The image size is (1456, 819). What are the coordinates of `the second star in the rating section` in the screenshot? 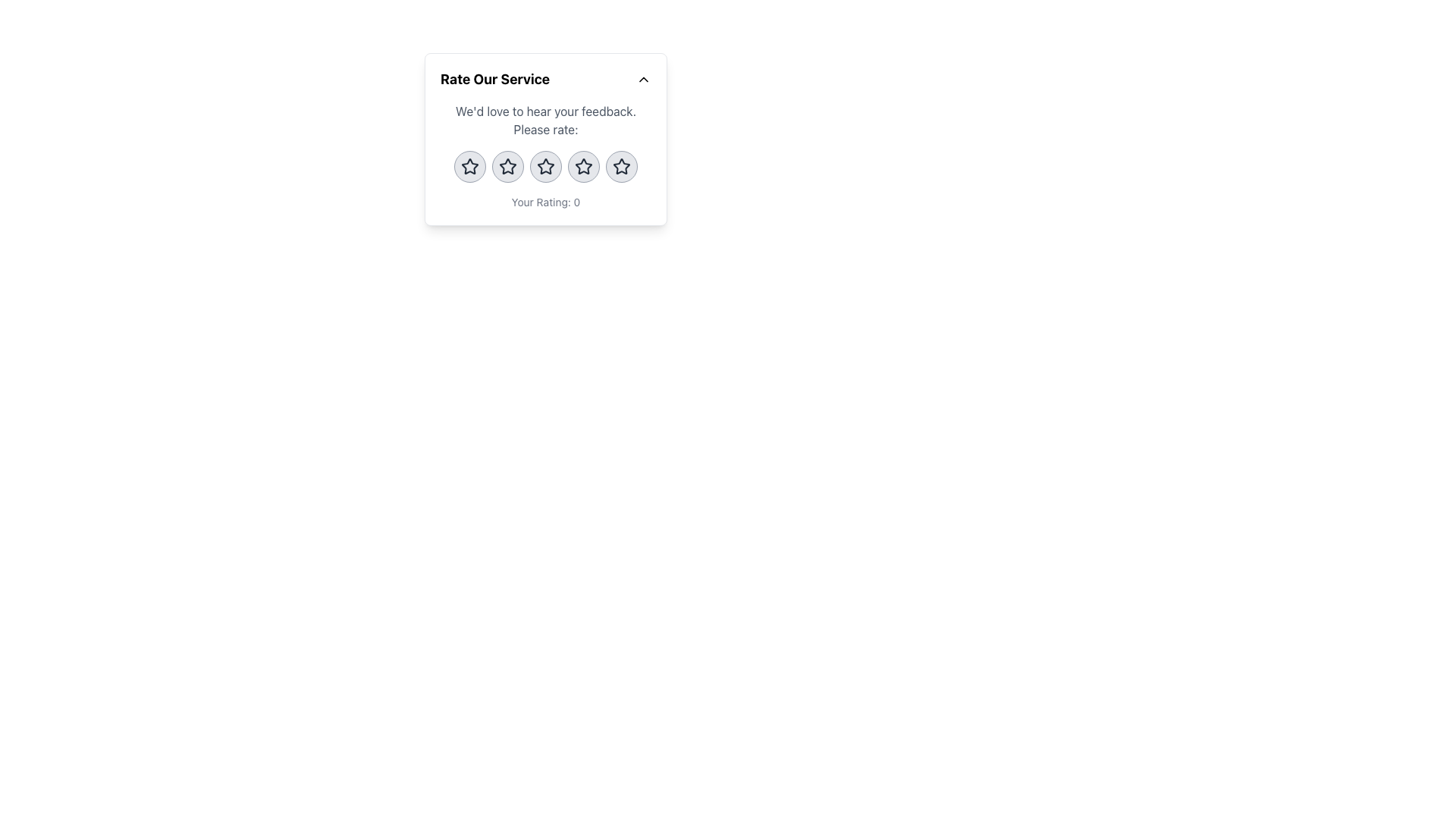 It's located at (508, 166).